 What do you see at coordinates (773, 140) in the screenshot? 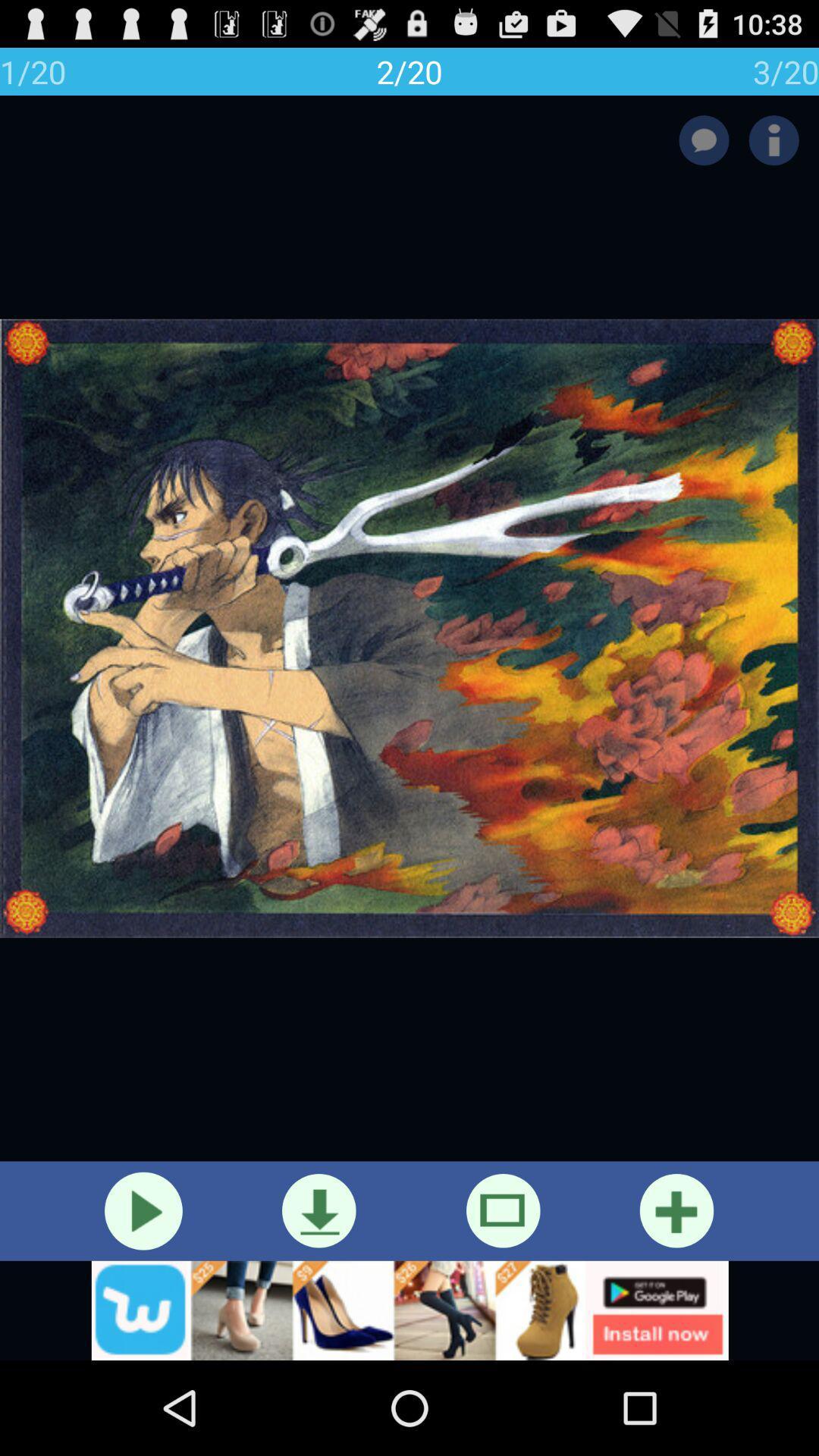
I see `show more information` at bounding box center [773, 140].